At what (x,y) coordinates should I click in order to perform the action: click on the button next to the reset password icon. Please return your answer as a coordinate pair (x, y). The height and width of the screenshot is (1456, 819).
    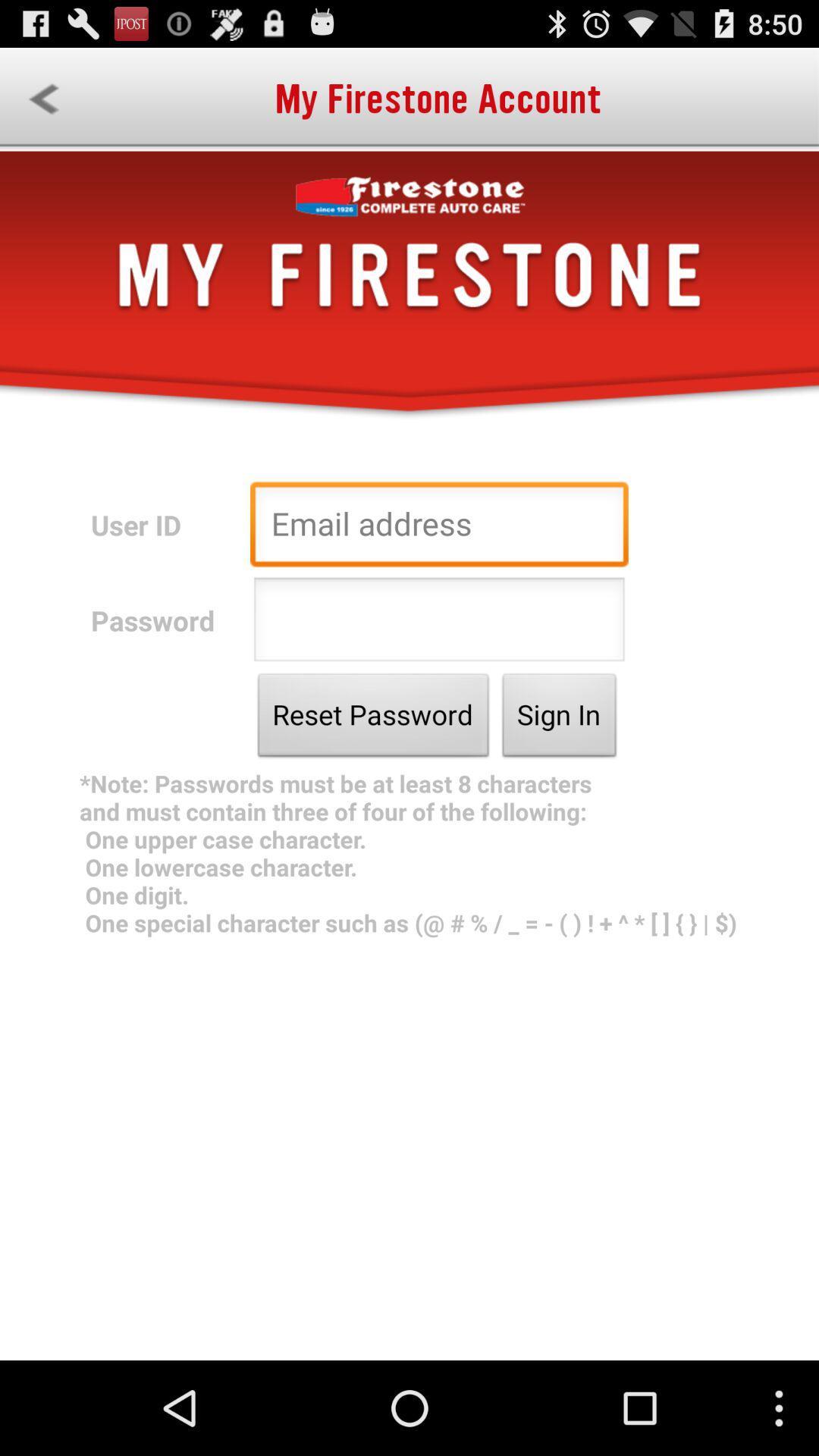
    Looking at the image, I should click on (559, 718).